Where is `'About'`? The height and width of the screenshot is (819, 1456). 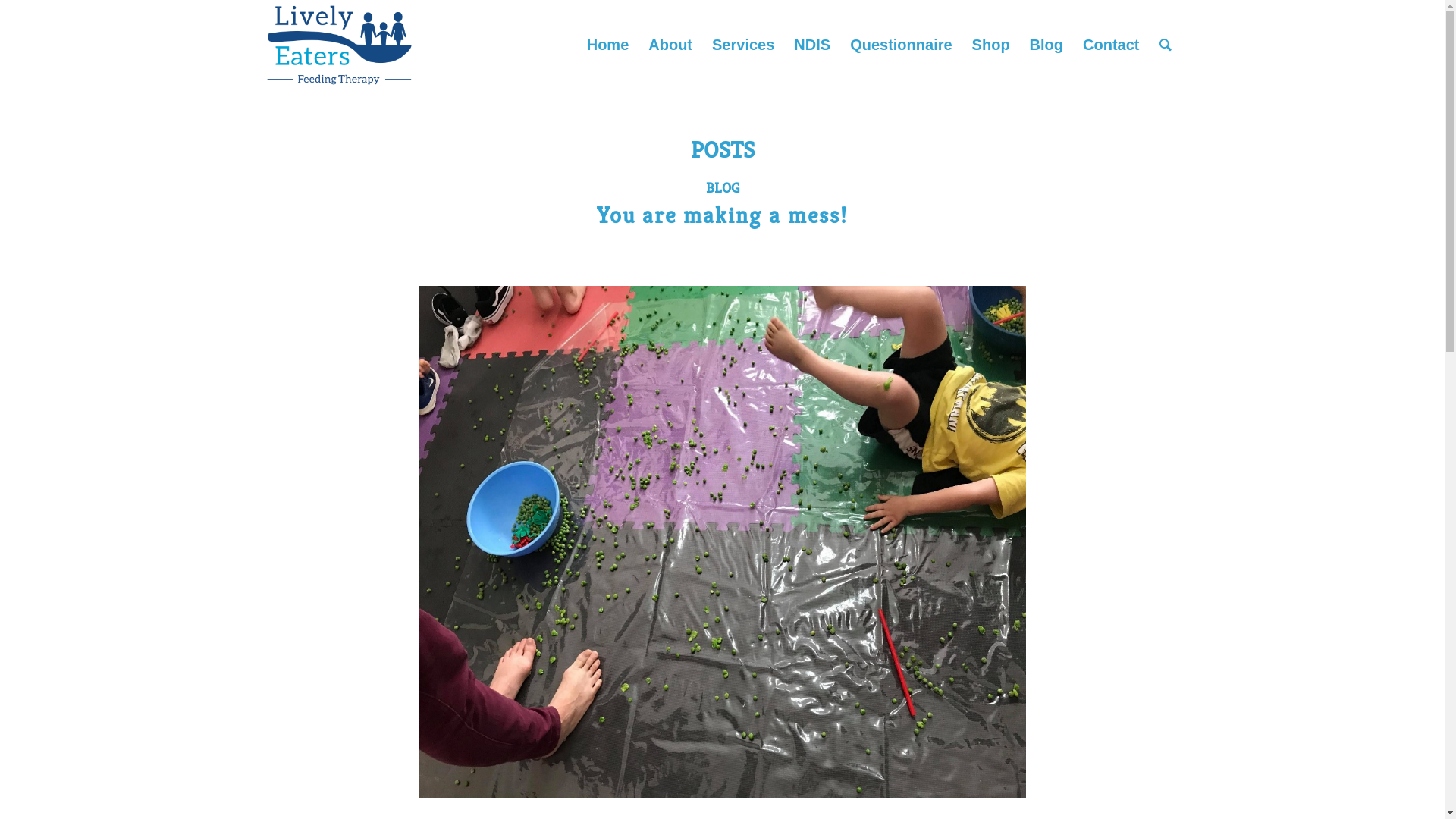 'About' is located at coordinates (669, 43).